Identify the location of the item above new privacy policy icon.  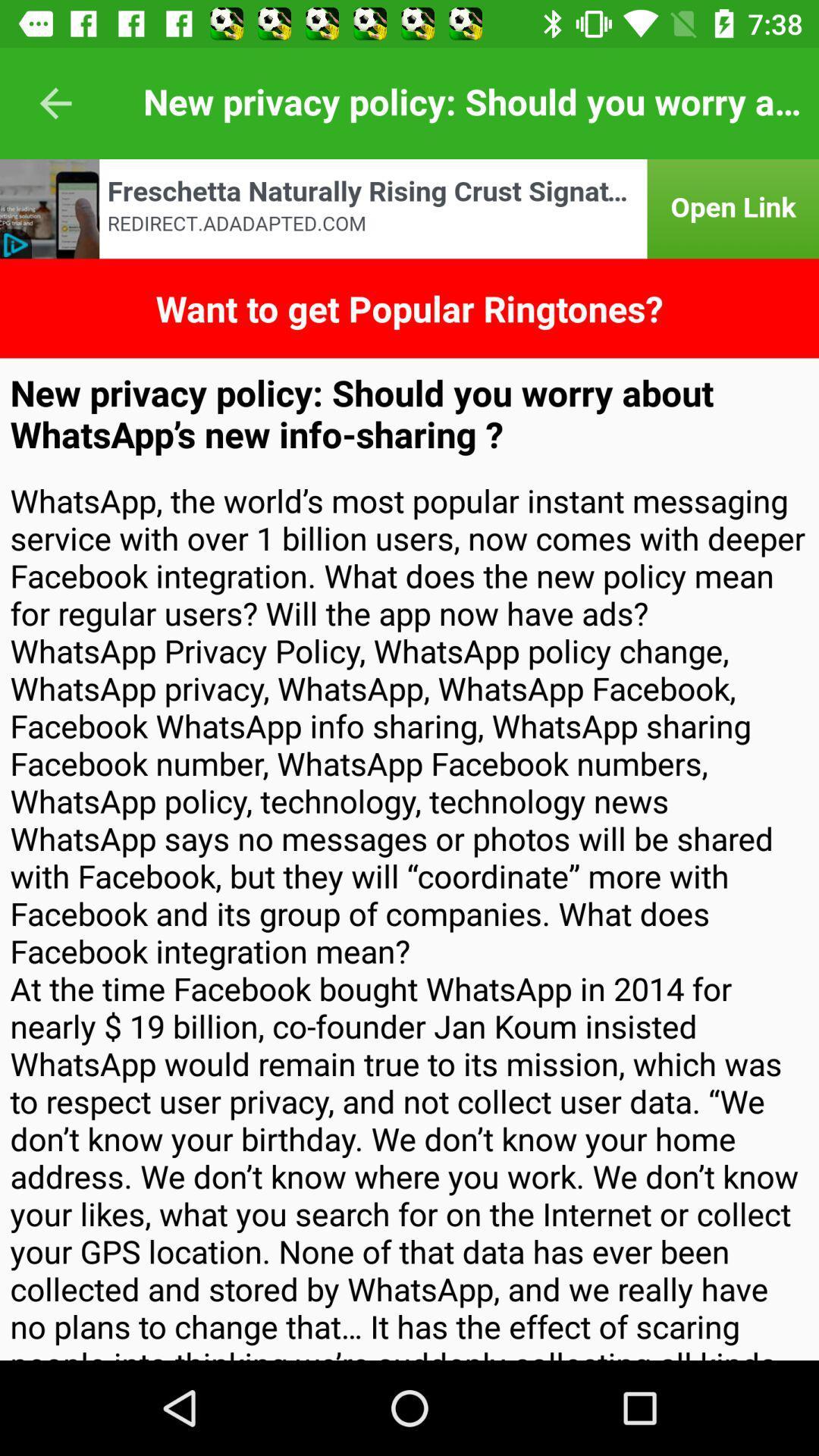
(409, 307).